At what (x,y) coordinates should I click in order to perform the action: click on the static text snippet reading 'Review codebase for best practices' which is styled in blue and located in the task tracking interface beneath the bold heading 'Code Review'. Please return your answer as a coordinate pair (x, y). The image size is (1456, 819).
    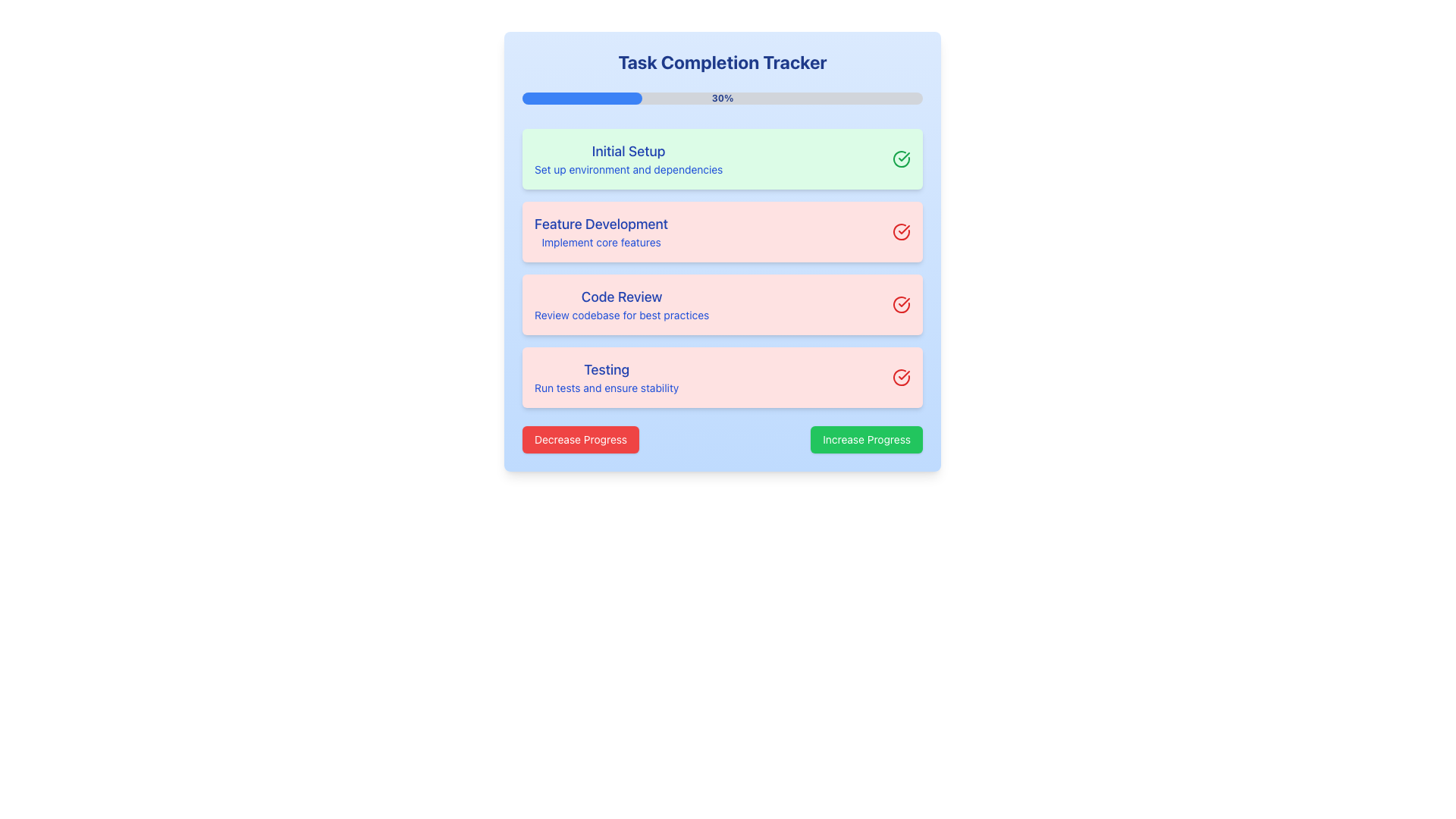
    Looking at the image, I should click on (622, 315).